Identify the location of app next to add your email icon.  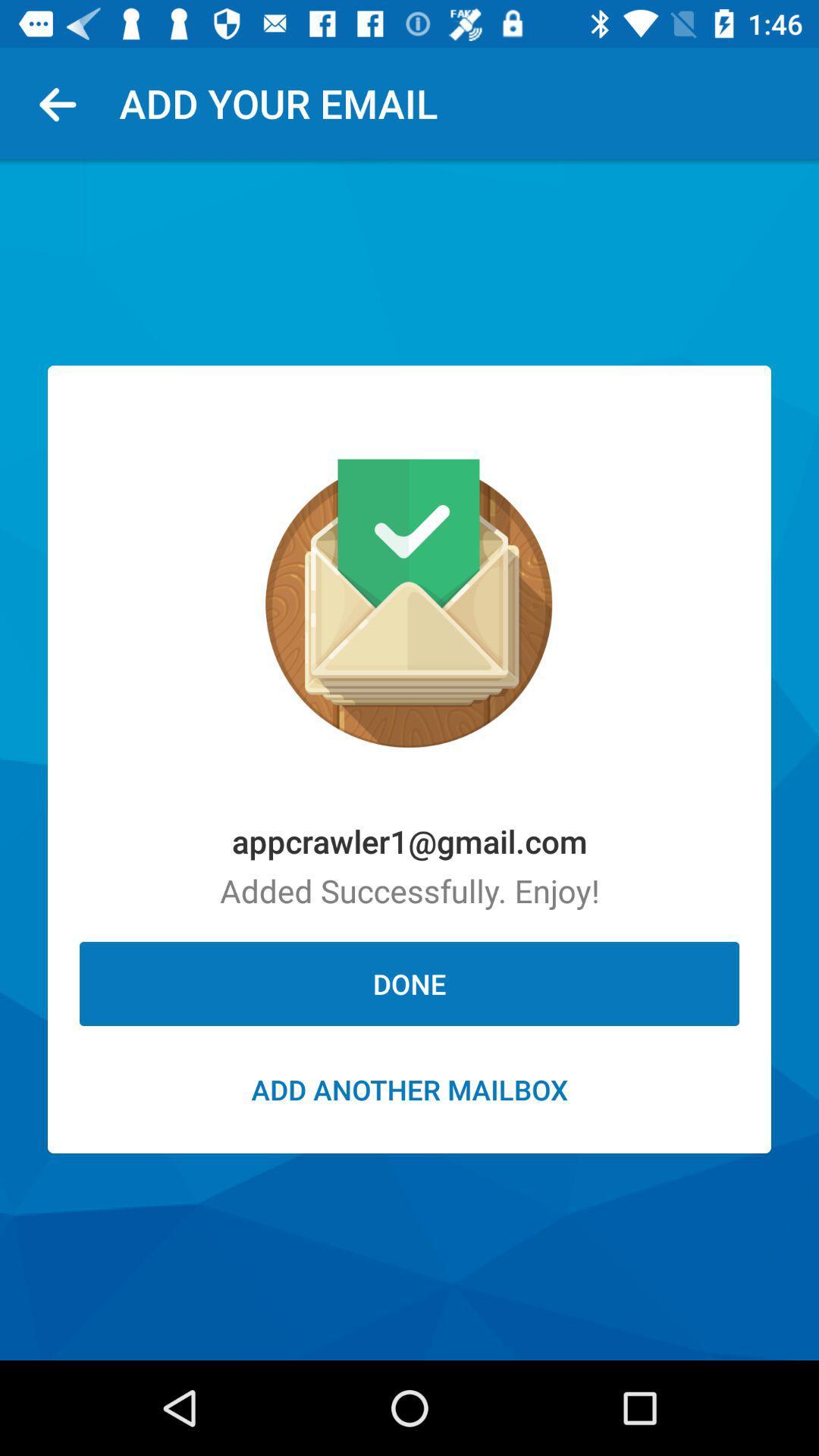
(63, 102).